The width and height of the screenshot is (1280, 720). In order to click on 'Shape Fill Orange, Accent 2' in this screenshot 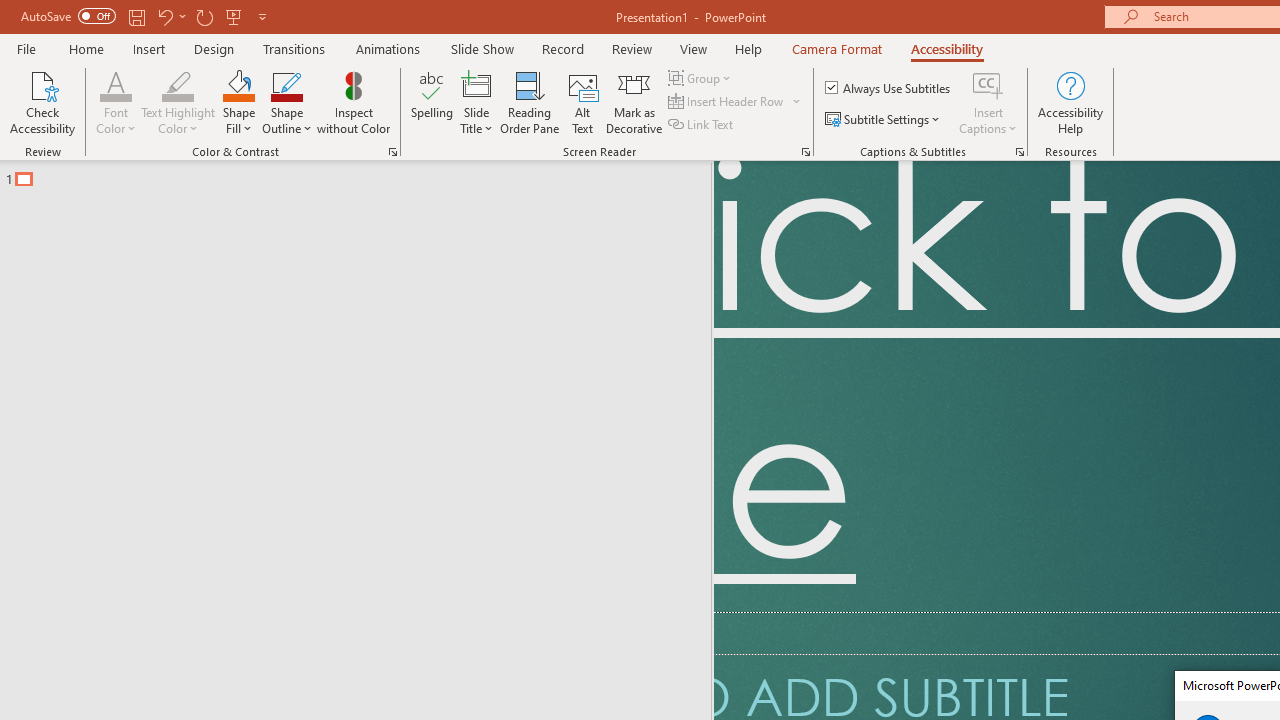, I will do `click(238, 84)`.